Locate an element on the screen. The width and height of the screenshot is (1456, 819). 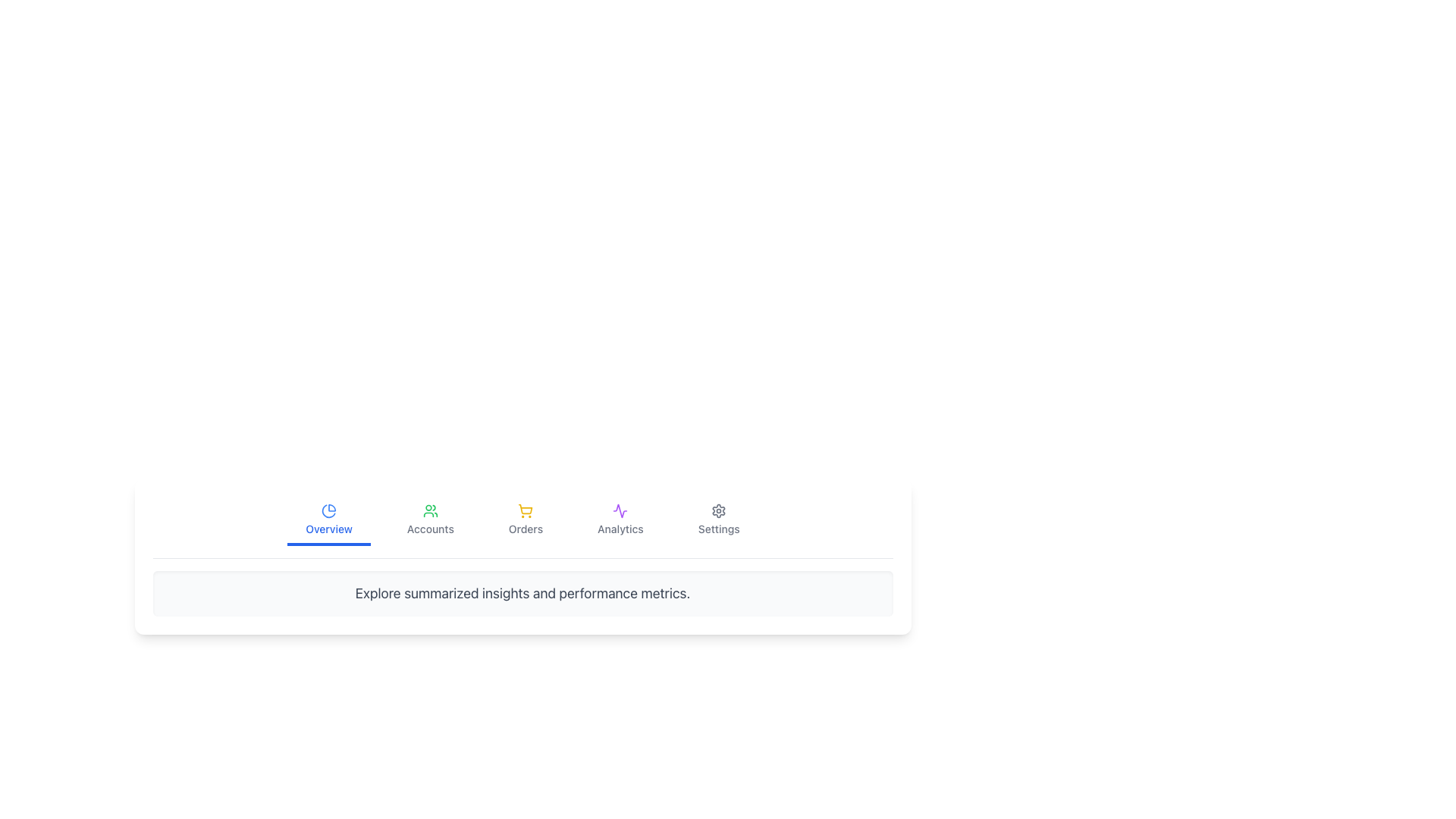
the shopping cart icon within the 'Orders' button in the navigation bar for keyboard interaction is located at coordinates (526, 511).